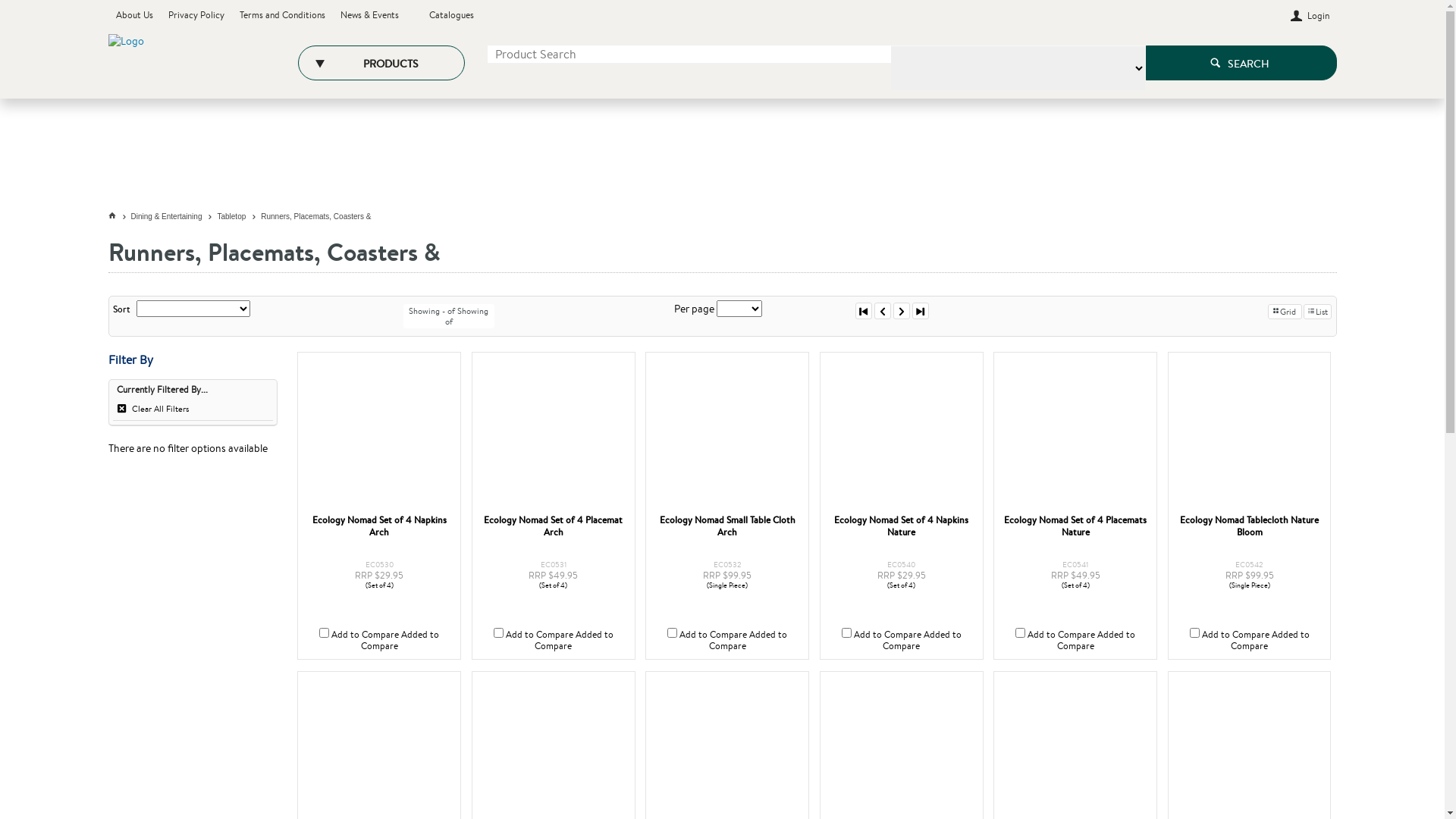 The image size is (1456, 819). I want to click on 'Add to Compare', so click(539, 634).